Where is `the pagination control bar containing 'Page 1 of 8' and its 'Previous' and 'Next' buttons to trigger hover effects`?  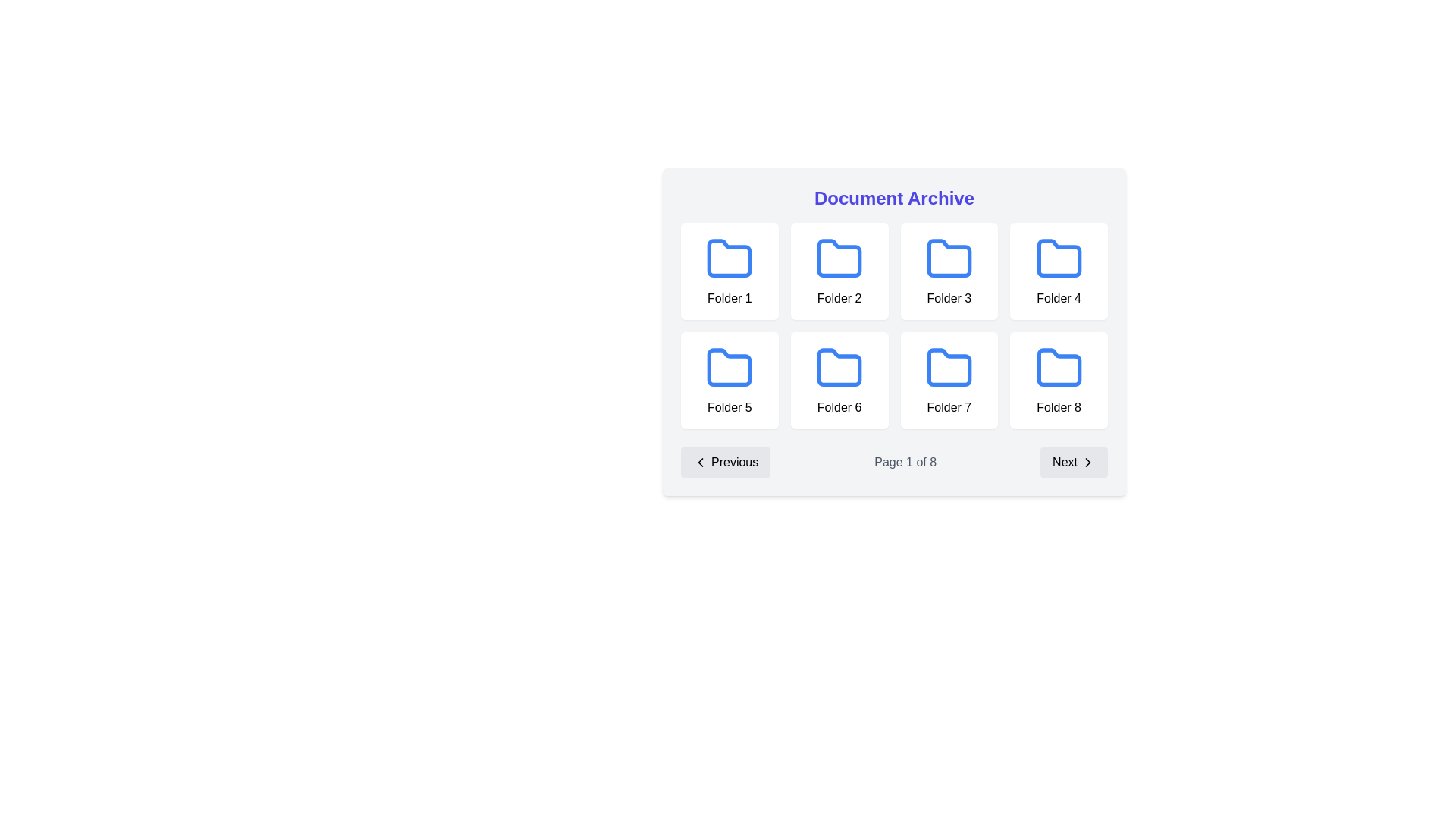 the pagination control bar containing 'Page 1 of 8' and its 'Previous' and 'Next' buttons to trigger hover effects is located at coordinates (894, 461).